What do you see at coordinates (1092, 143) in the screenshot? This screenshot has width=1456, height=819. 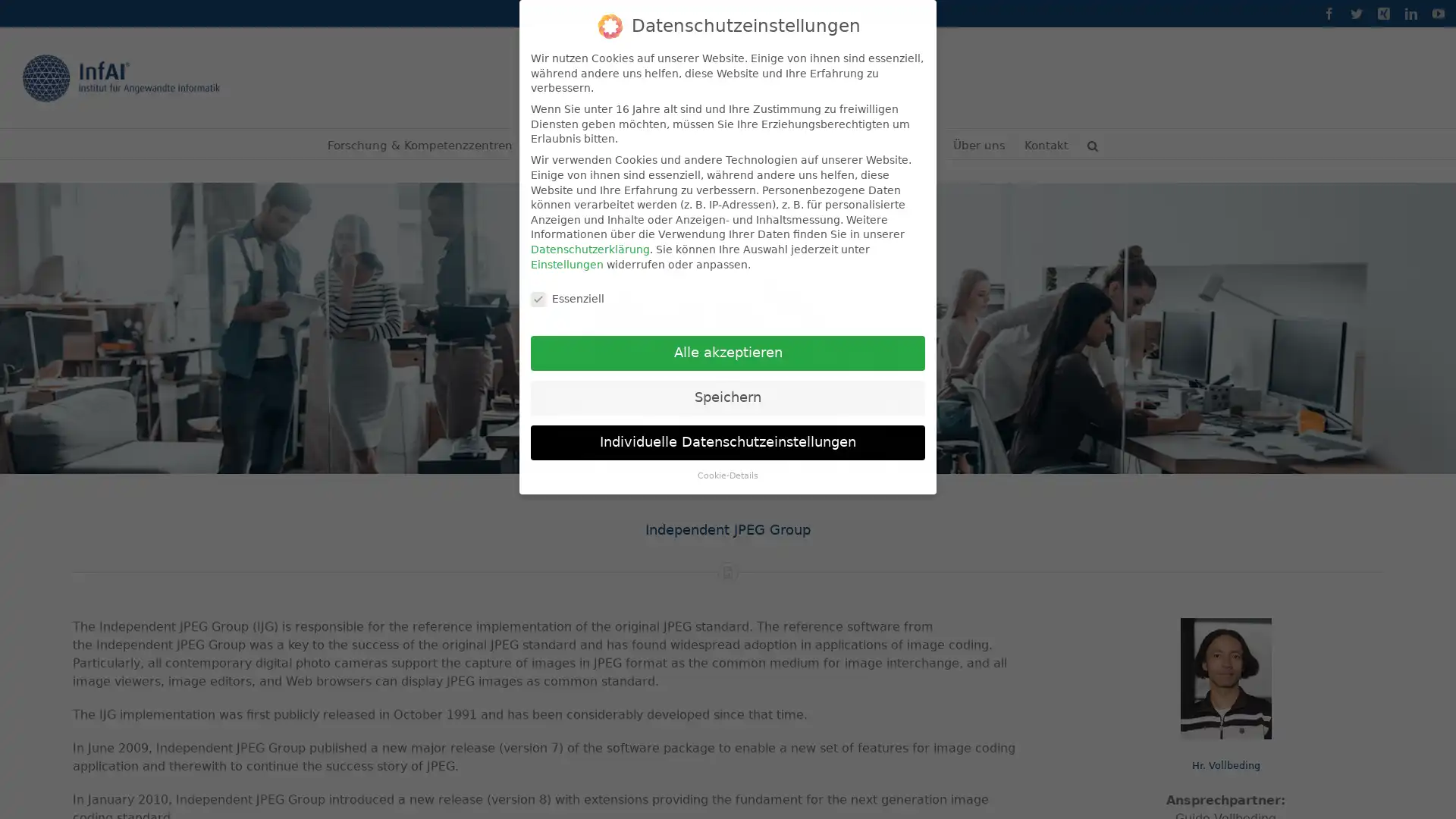 I see `Suche` at bounding box center [1092, 143].